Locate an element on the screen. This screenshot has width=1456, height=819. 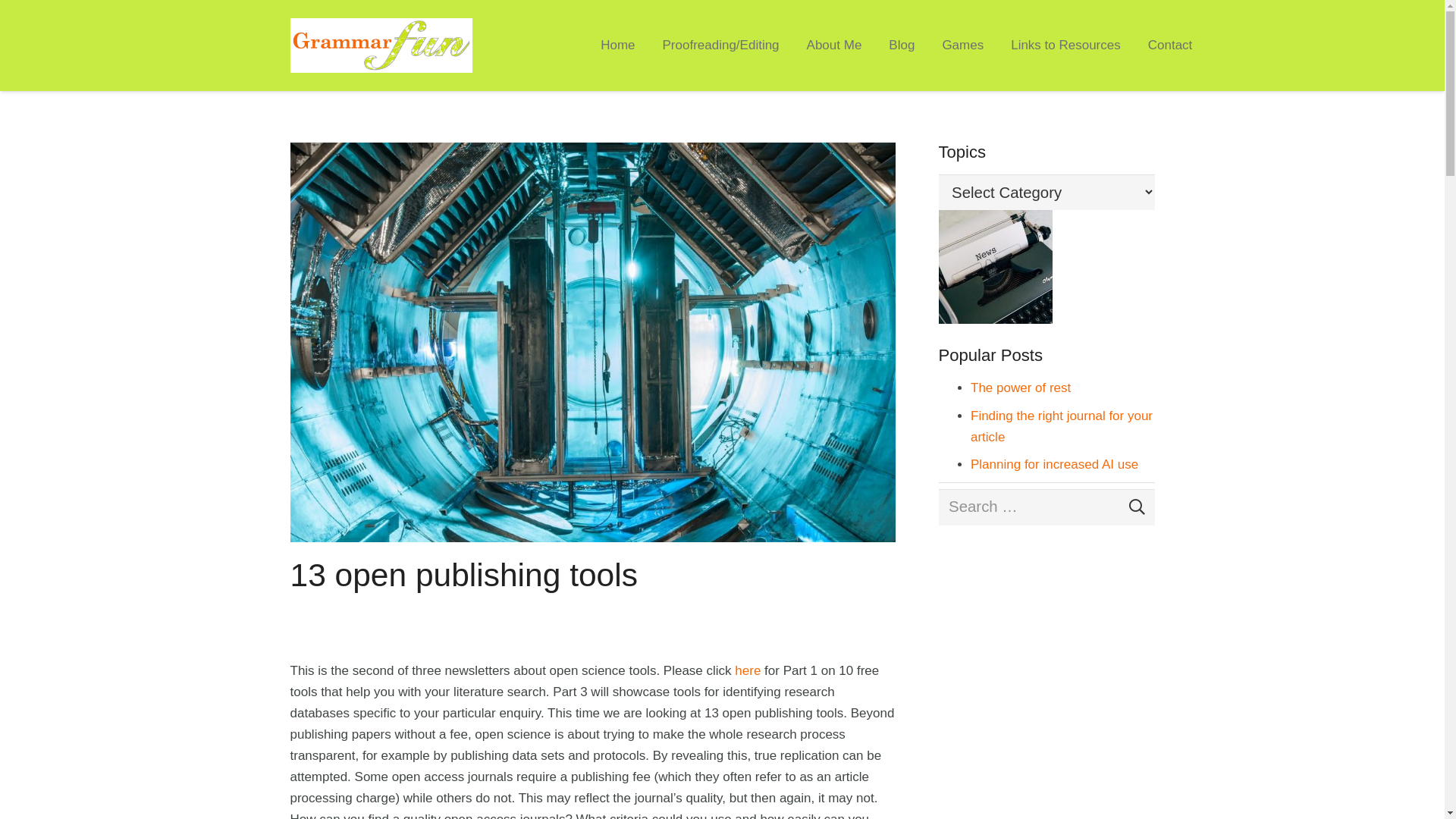
'here' is located at coordinates (747, 670).